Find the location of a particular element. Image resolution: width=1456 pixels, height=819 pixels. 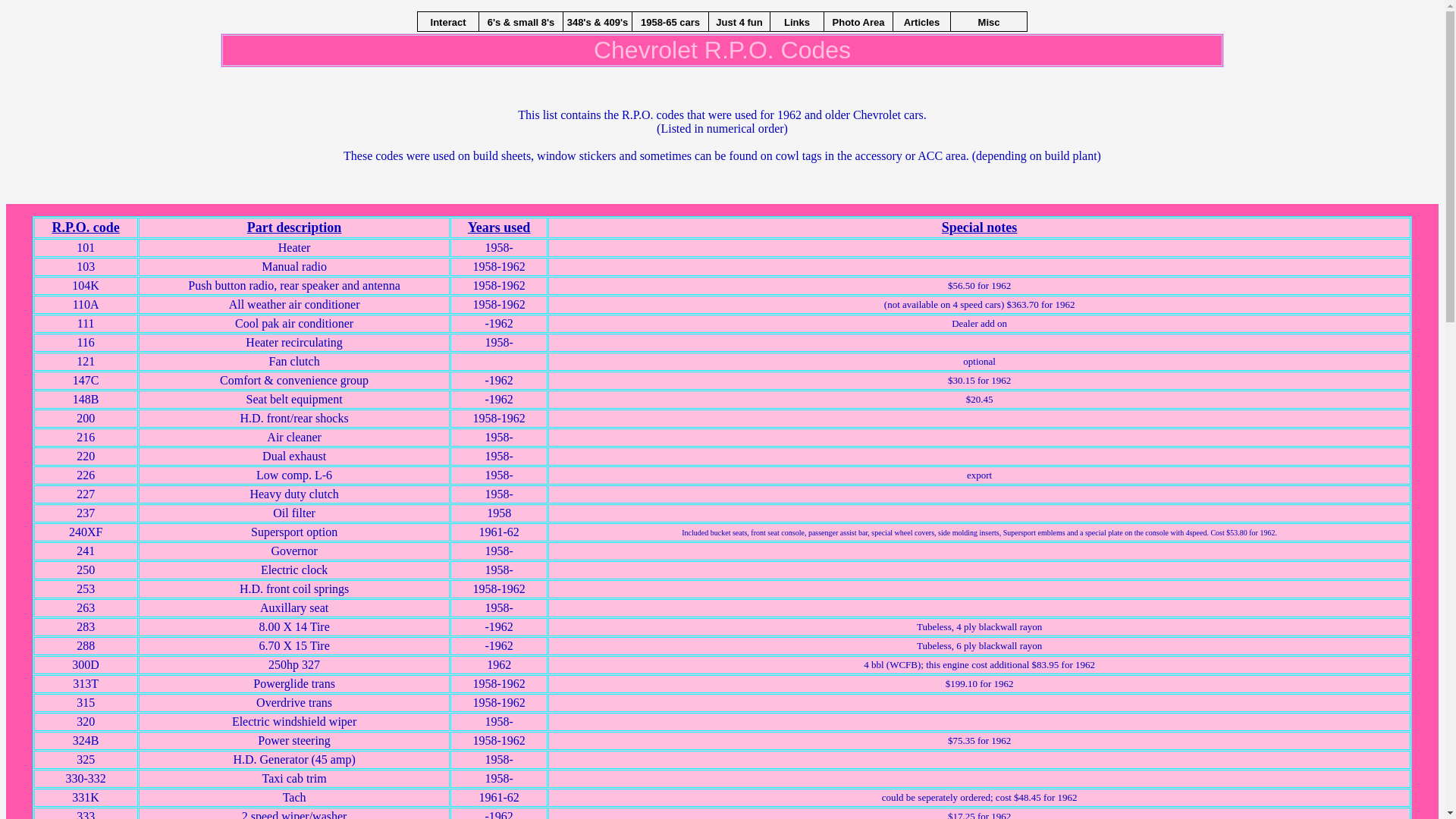

'Links' is located at coordinates (796, 21).